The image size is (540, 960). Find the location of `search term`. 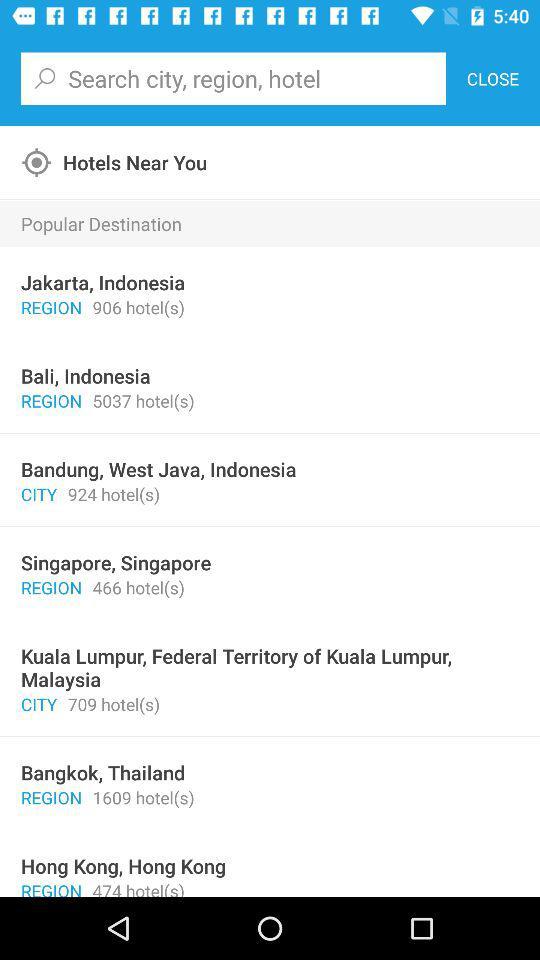

search term is located at coordinates (232, 78).